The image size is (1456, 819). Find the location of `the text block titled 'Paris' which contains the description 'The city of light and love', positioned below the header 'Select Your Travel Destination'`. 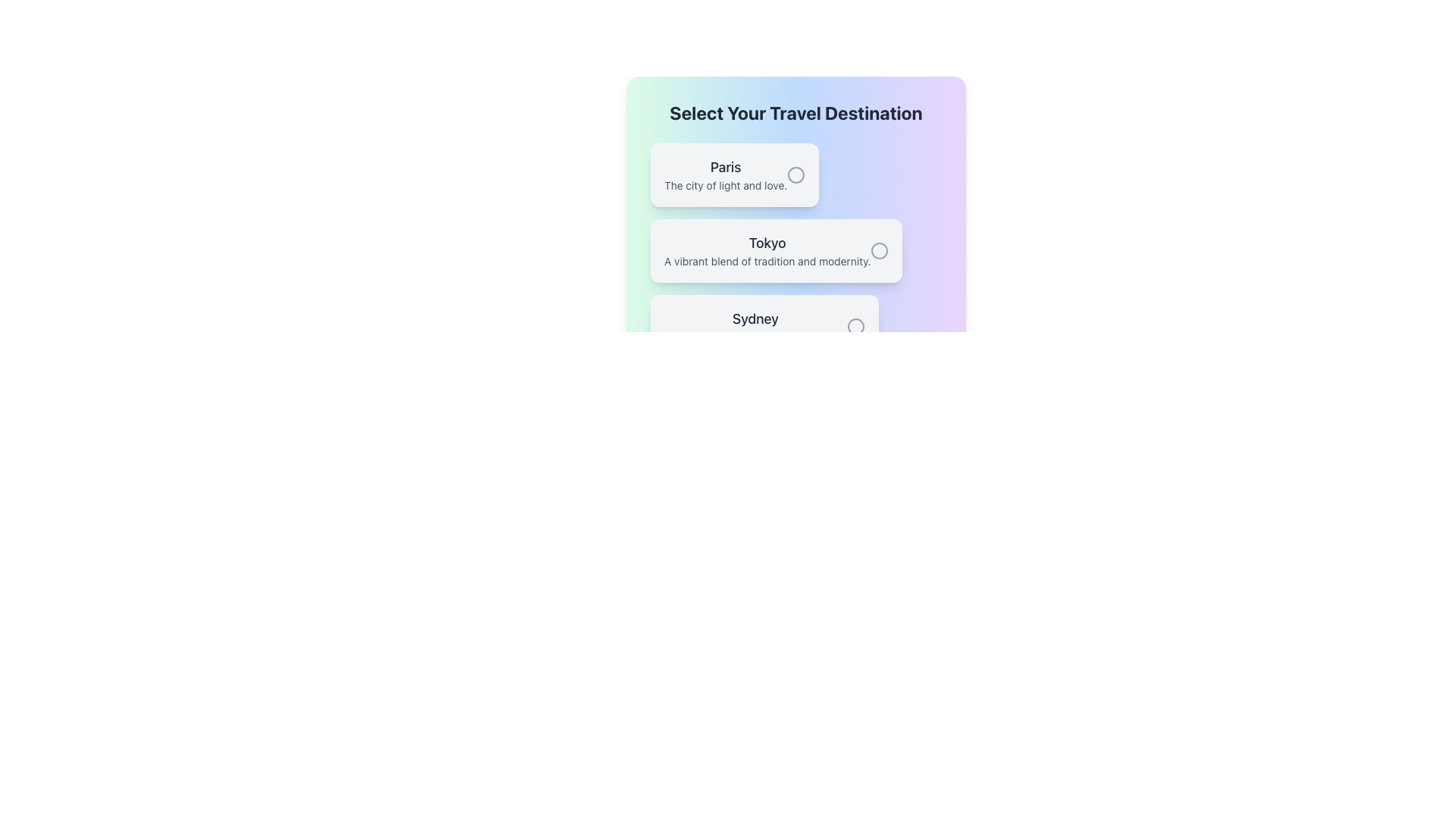

the text block titled 'Paris' which contains the description 'The city of light and love', positioned below the header 'Select Your Travel Destination' is located at coordinates (725, 174).